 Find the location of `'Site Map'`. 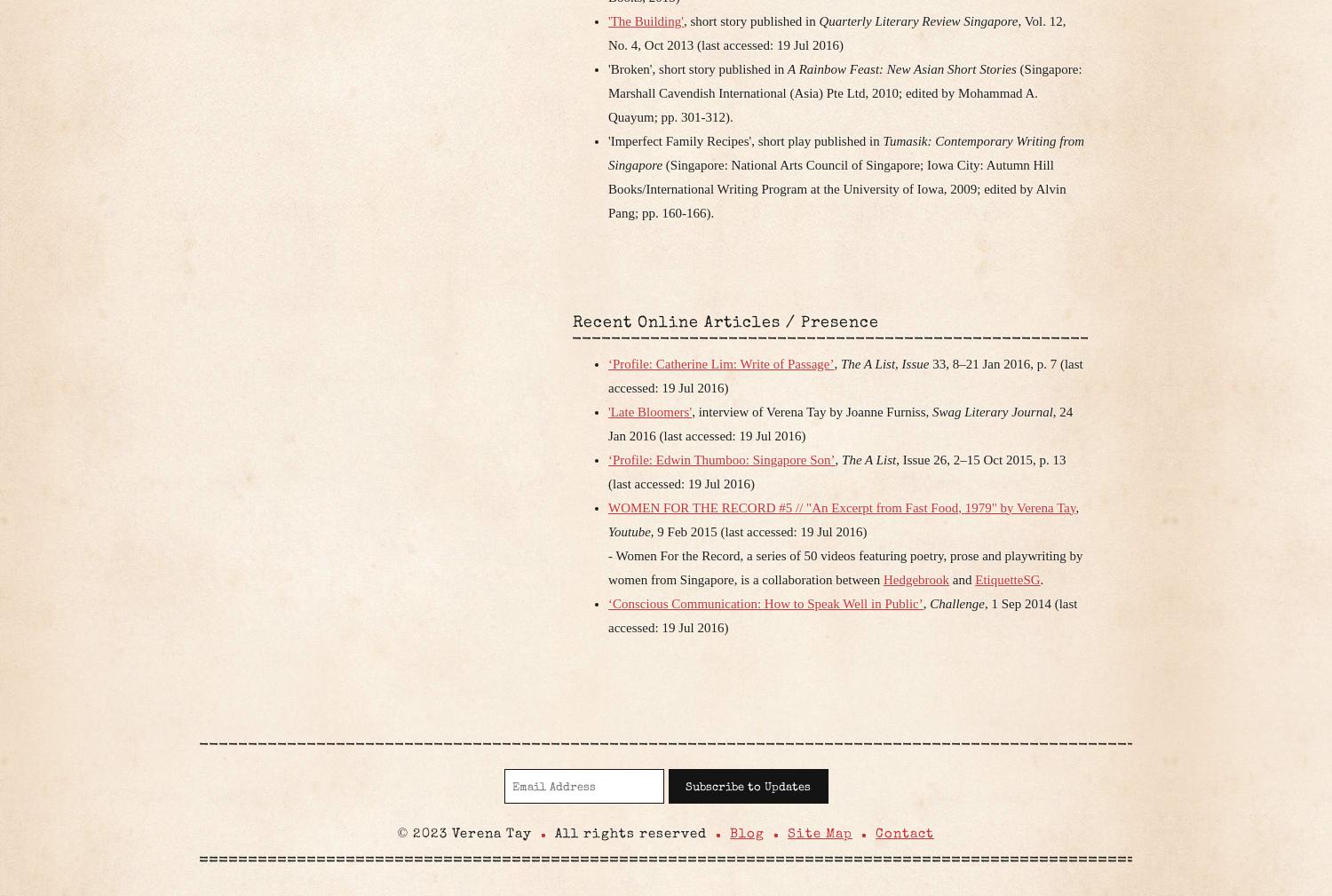

'Site Map' is located at coordinates (820, 832).